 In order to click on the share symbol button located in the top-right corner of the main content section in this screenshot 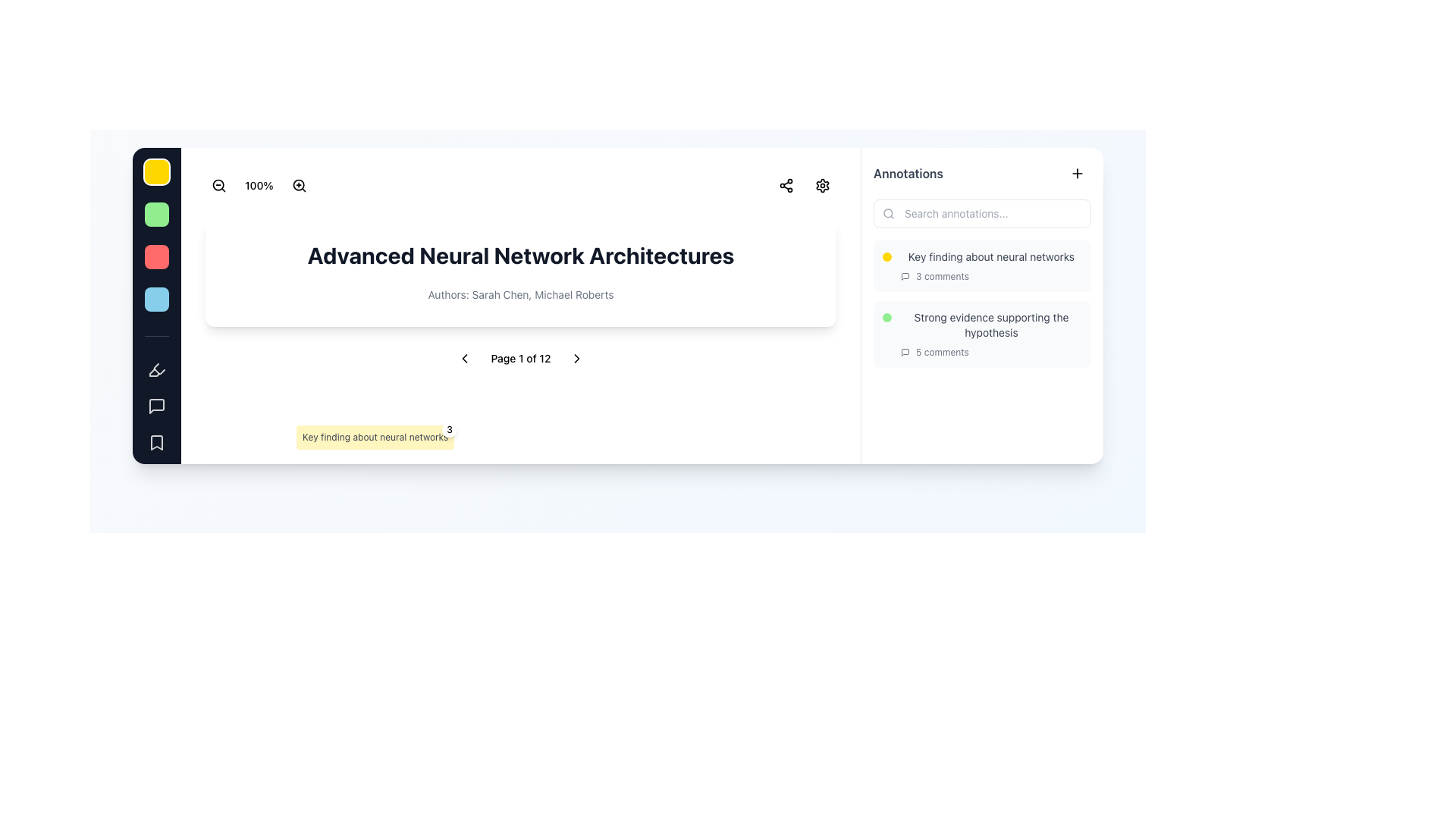, I will do `click(786, 185)`.